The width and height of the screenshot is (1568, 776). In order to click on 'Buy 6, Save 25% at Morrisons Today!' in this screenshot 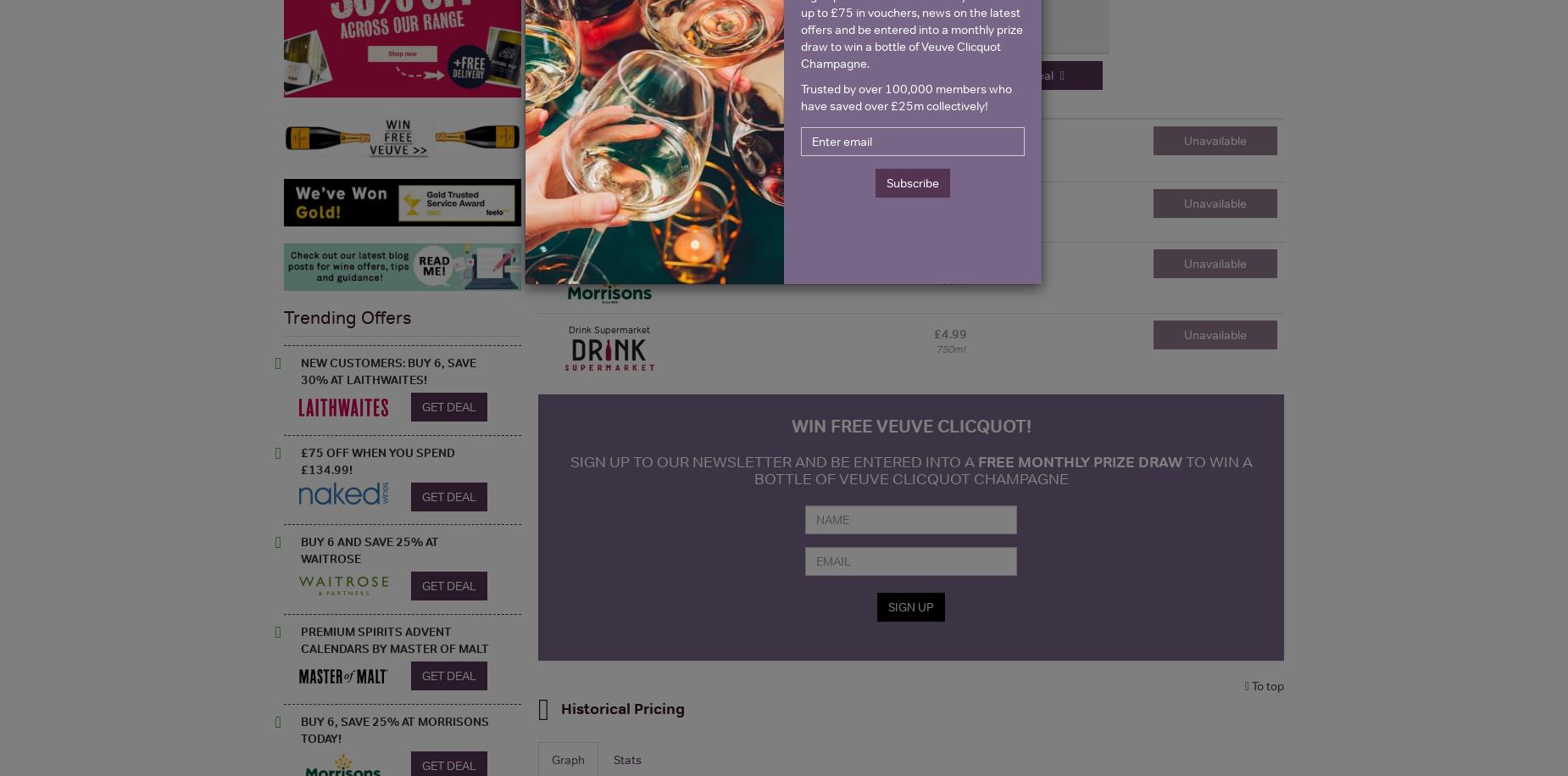, I will do `click(395, 729)`.